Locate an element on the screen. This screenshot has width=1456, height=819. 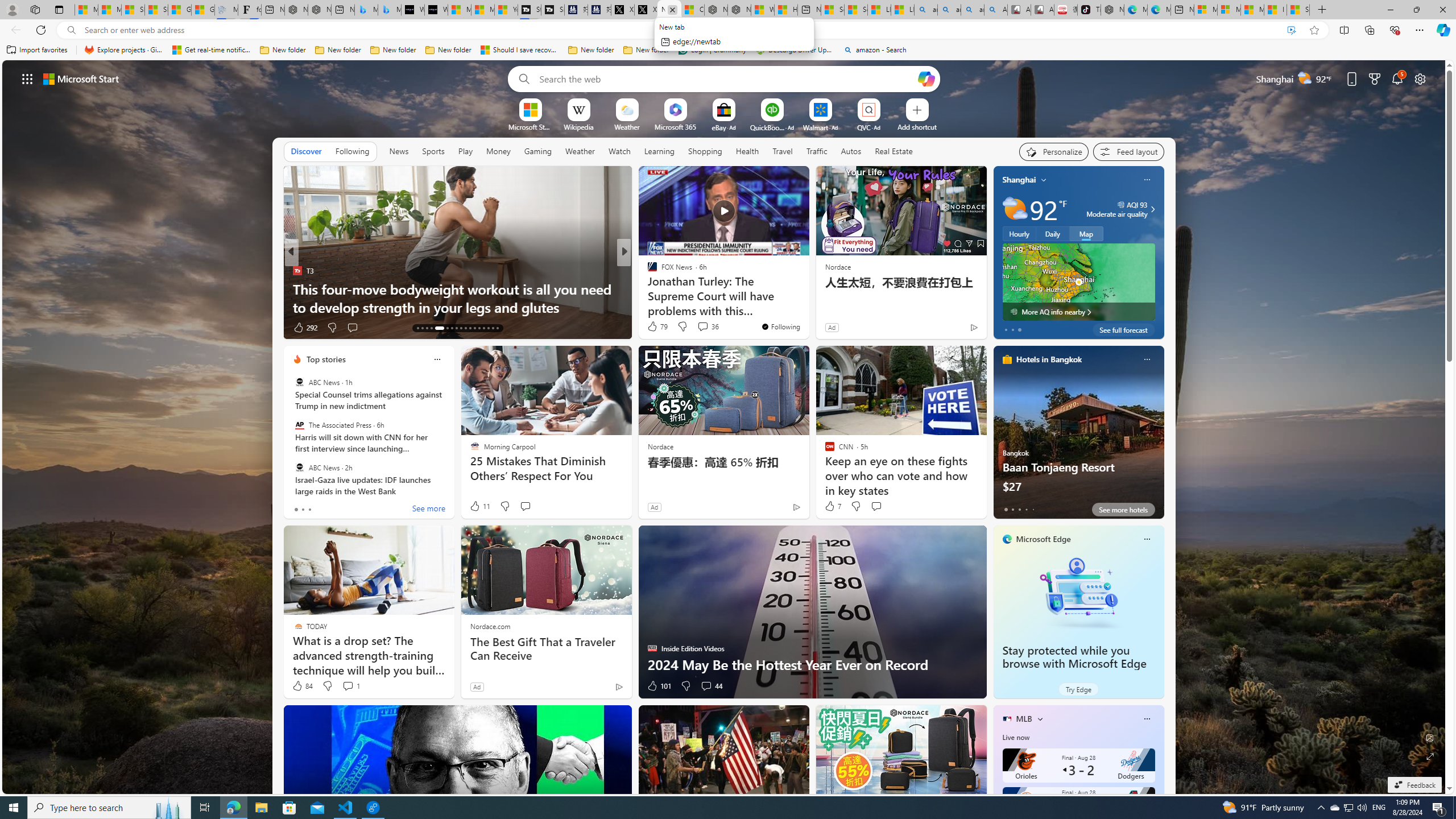
'AutomationID: tab-15' is located at coordinates (427, 328).